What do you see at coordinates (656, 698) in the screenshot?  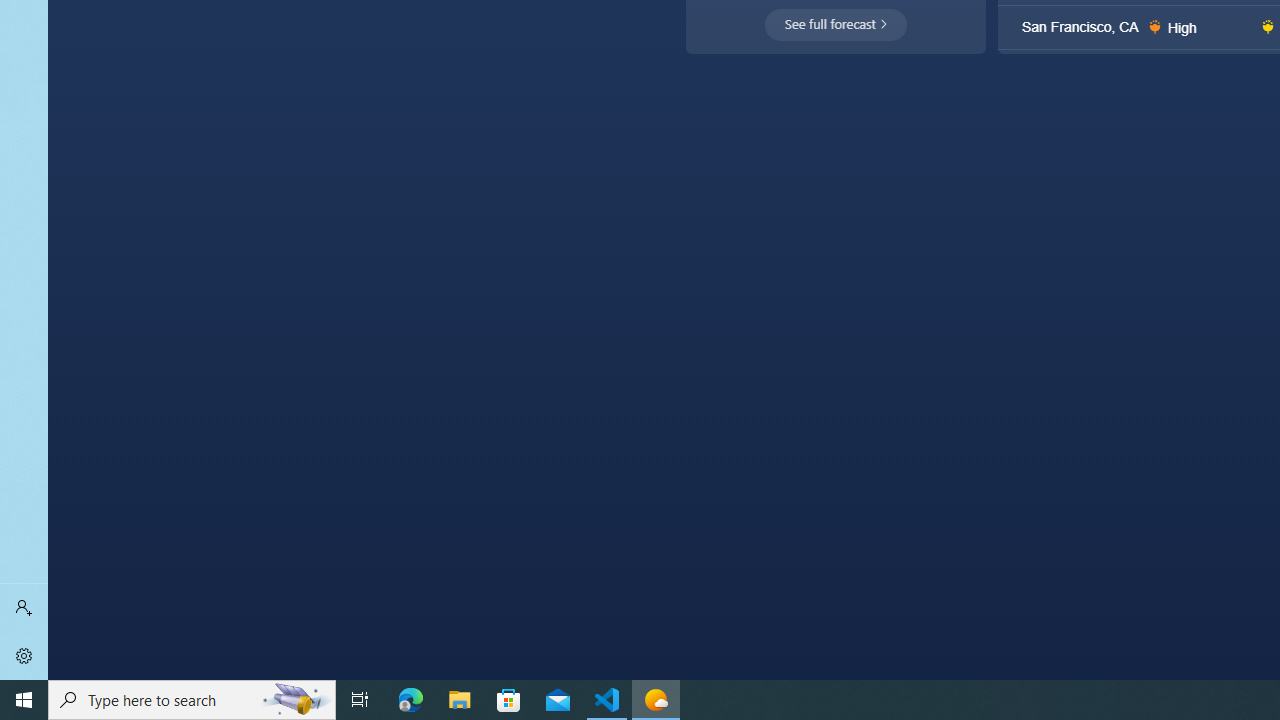 I see `'Weather - 1 running window'` at bounding box center [656, 698].